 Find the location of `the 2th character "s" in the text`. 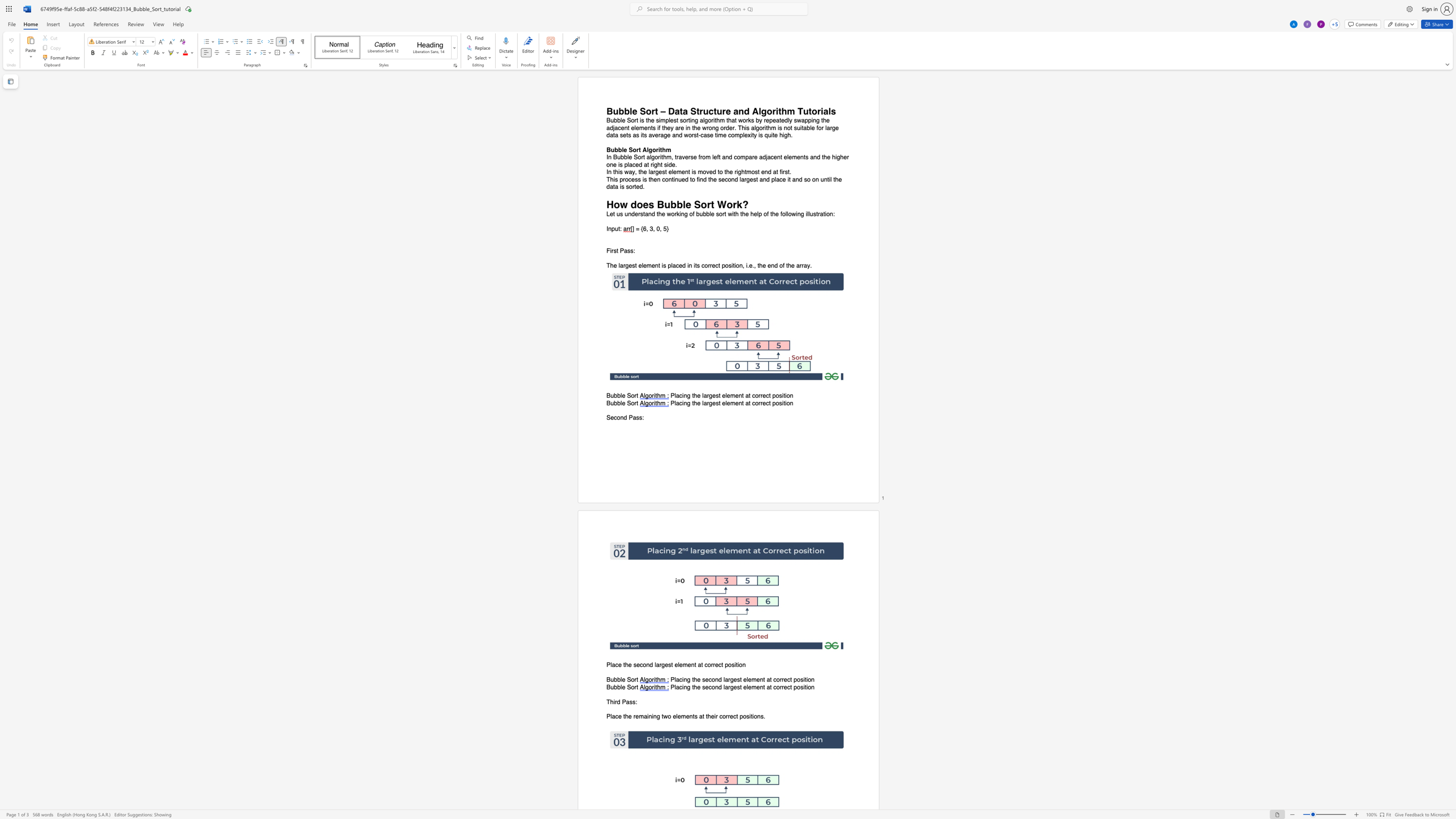

the 2th character "s" in the text is located at coordinates (633, 701).